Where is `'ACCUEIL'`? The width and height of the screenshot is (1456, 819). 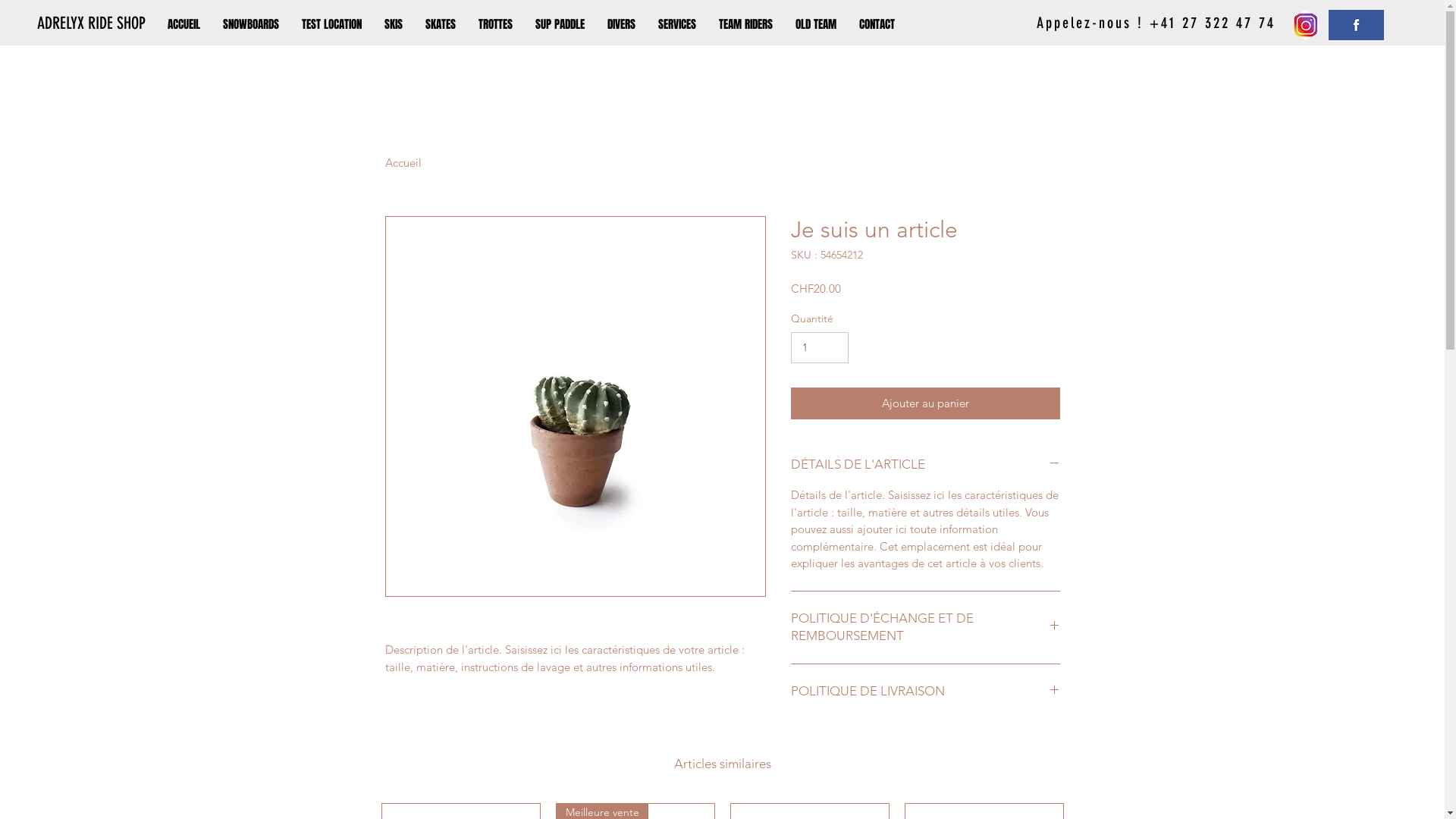
'ACCUEIL' is located at coordinates (183, 24).